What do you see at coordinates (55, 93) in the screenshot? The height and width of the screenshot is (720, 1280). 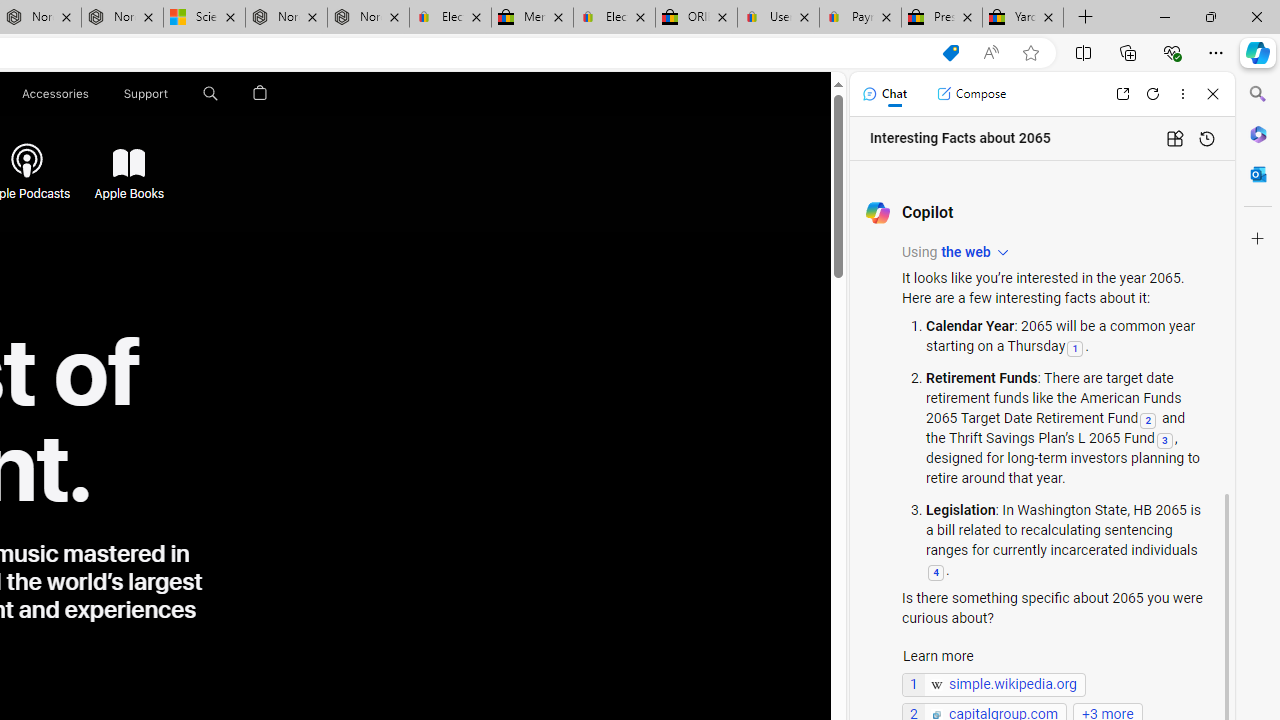 I see `'Accessories'` at bounding box center [55, 93].